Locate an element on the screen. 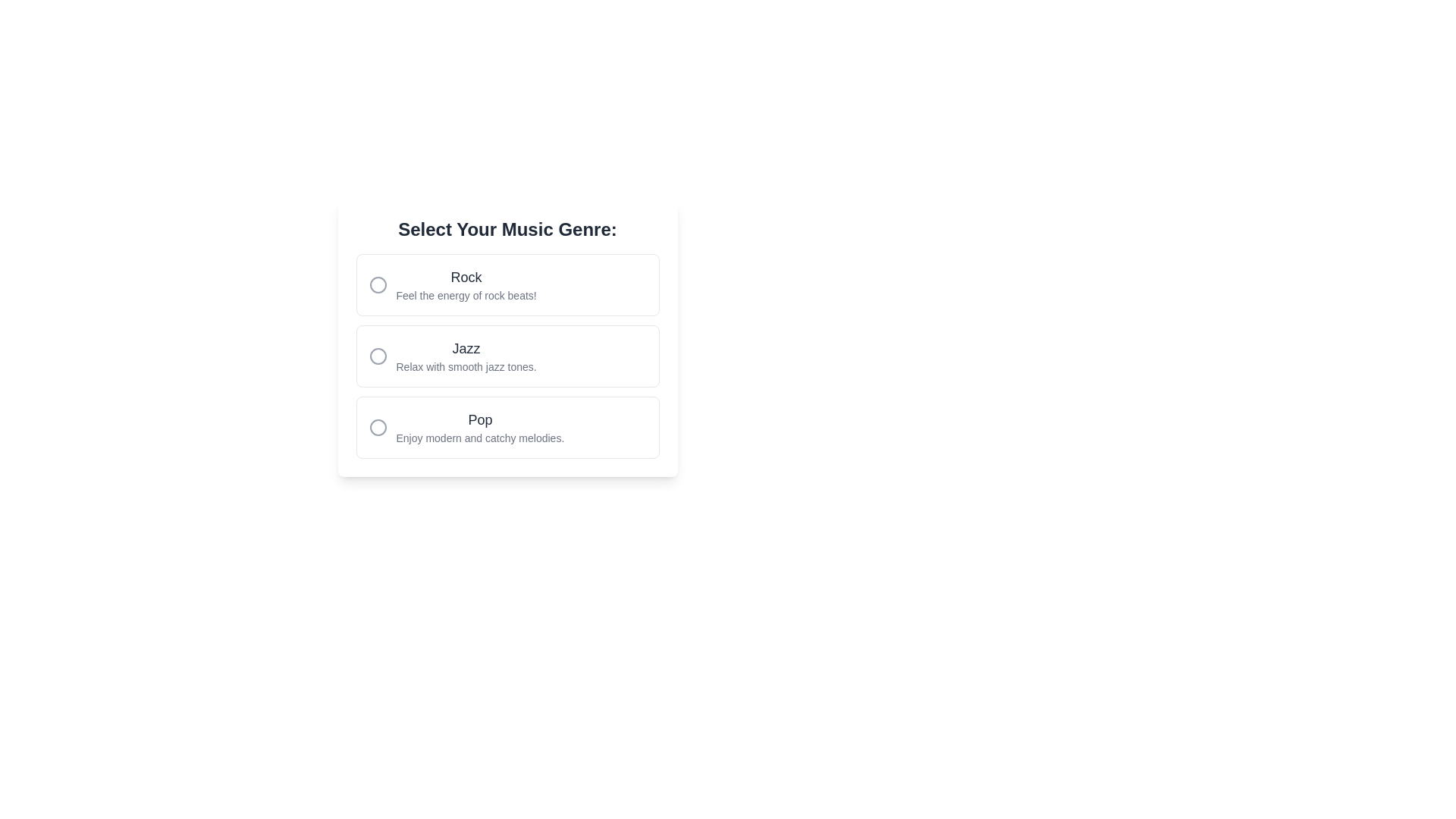  the radio button to the left of the text 'Jazz' in the 'JazzRelax with smooth jazz tones.' option is located at coordinates (378, 356).